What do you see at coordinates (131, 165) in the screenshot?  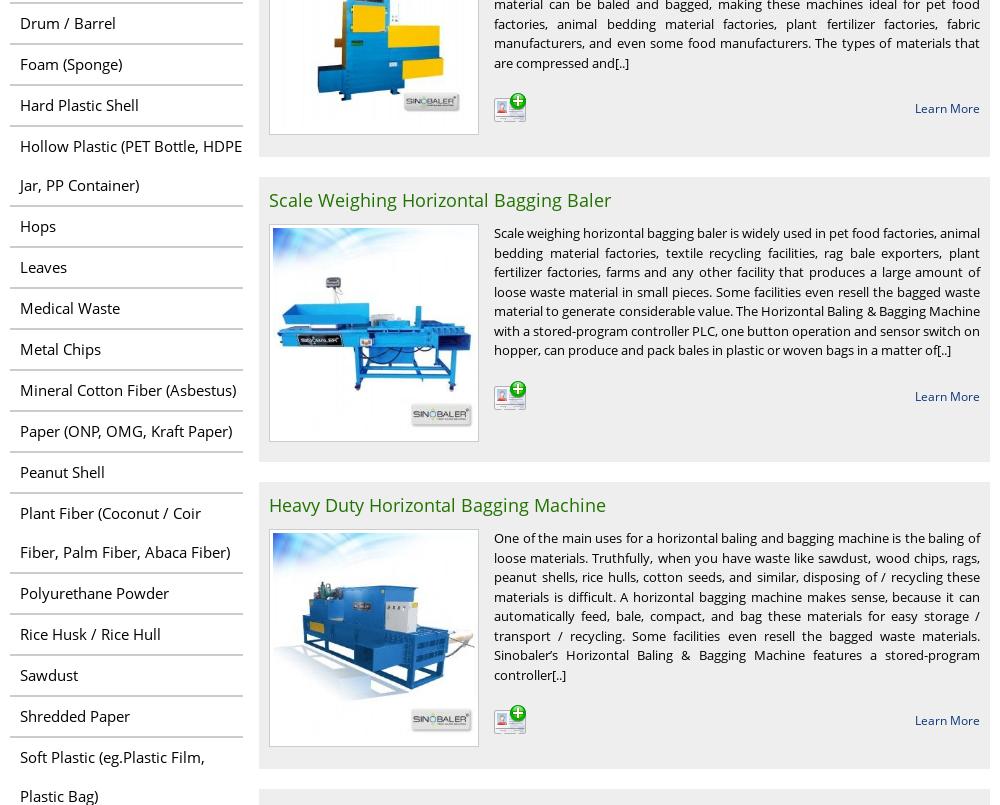 I see `'Hollow Plastic (PET Bottle, HDPE Jar, PP Container)'` at bounding box center [131, 165].